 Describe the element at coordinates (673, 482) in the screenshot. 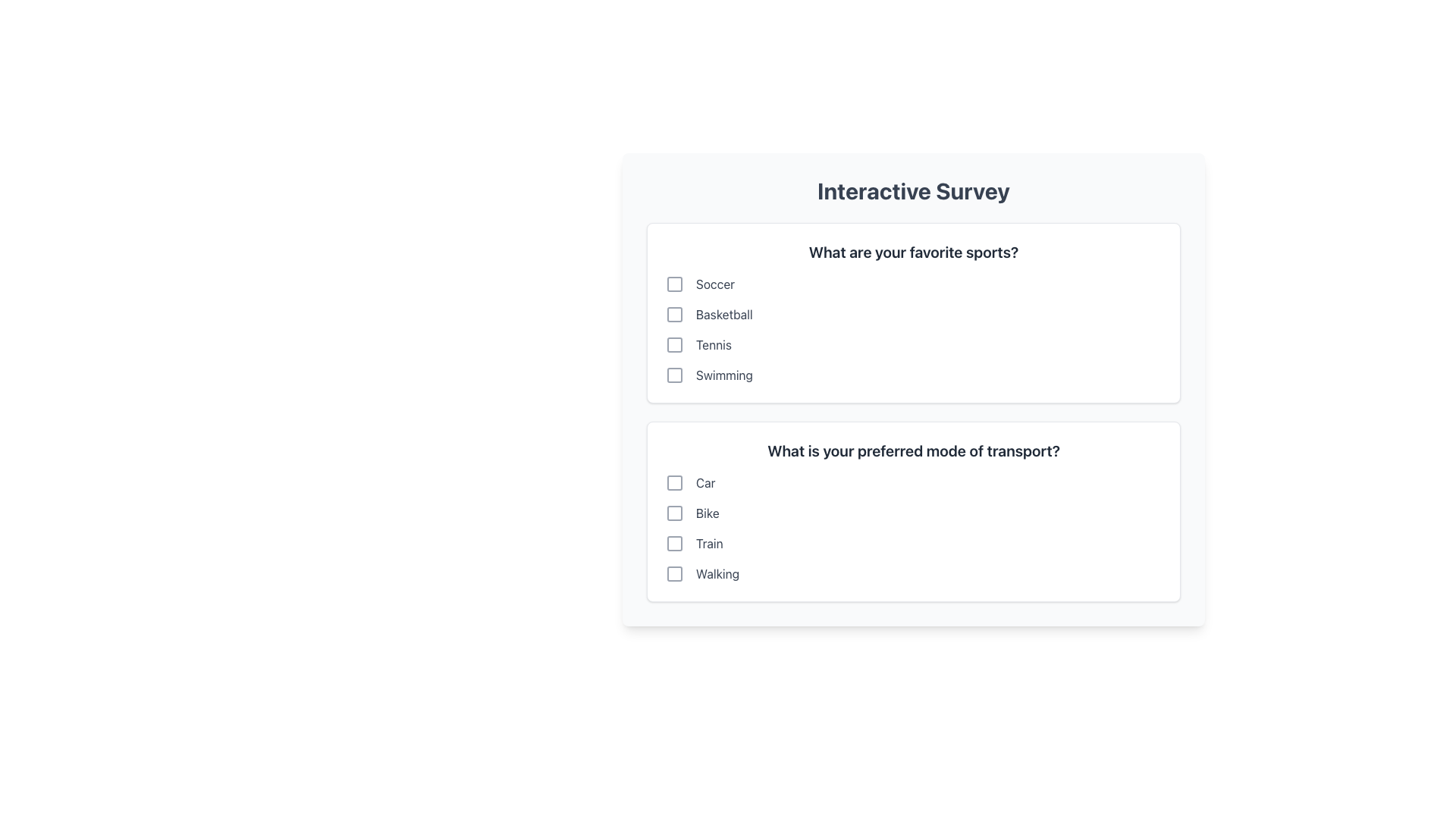

I see `the empty gray checkbox icon on the left side of the label 'Car' in the options under 'What is your preferred mode of transport?'` at that location.